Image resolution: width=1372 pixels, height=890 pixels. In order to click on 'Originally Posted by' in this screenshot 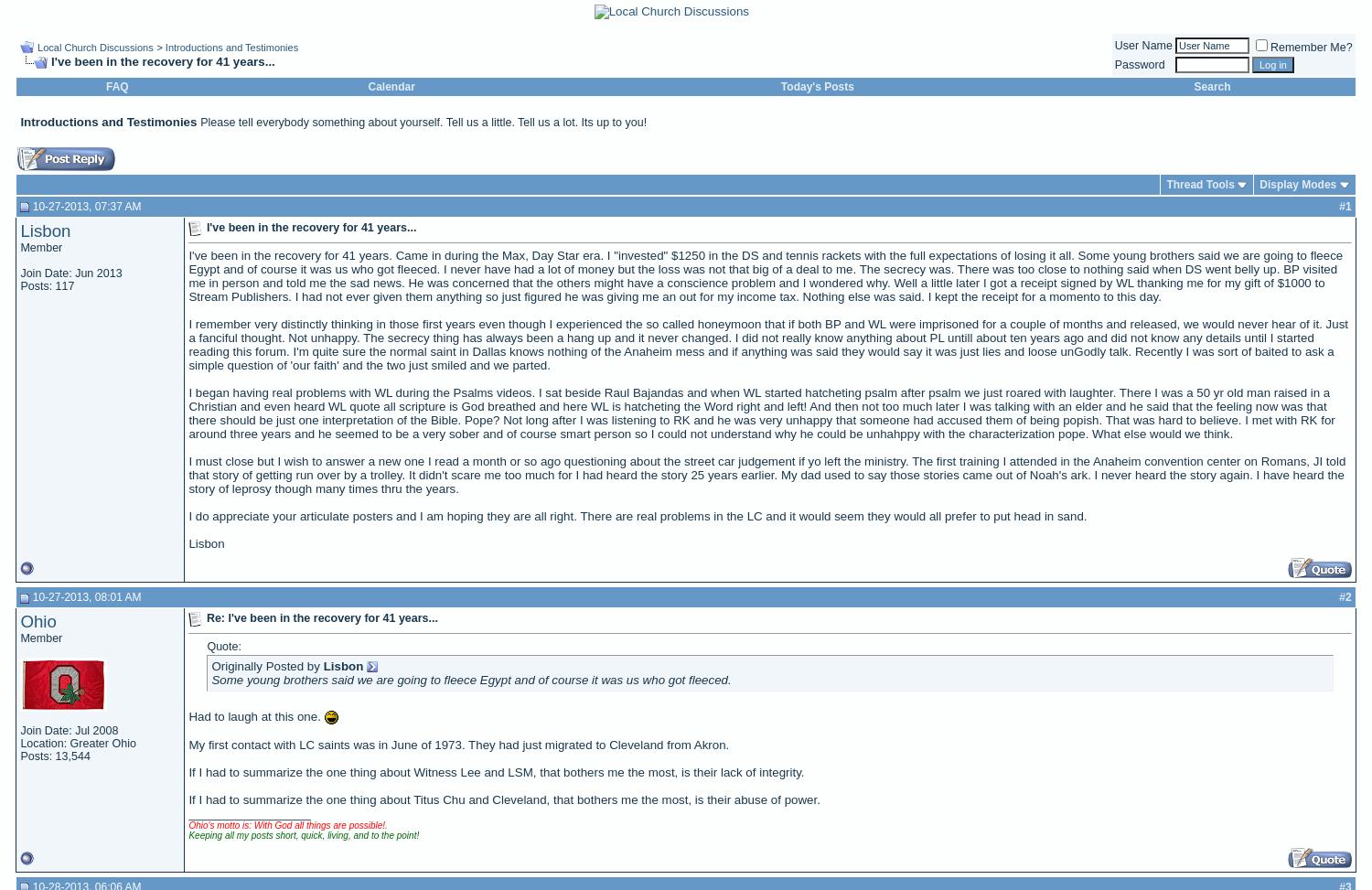, I will do `click(267, 665)`.